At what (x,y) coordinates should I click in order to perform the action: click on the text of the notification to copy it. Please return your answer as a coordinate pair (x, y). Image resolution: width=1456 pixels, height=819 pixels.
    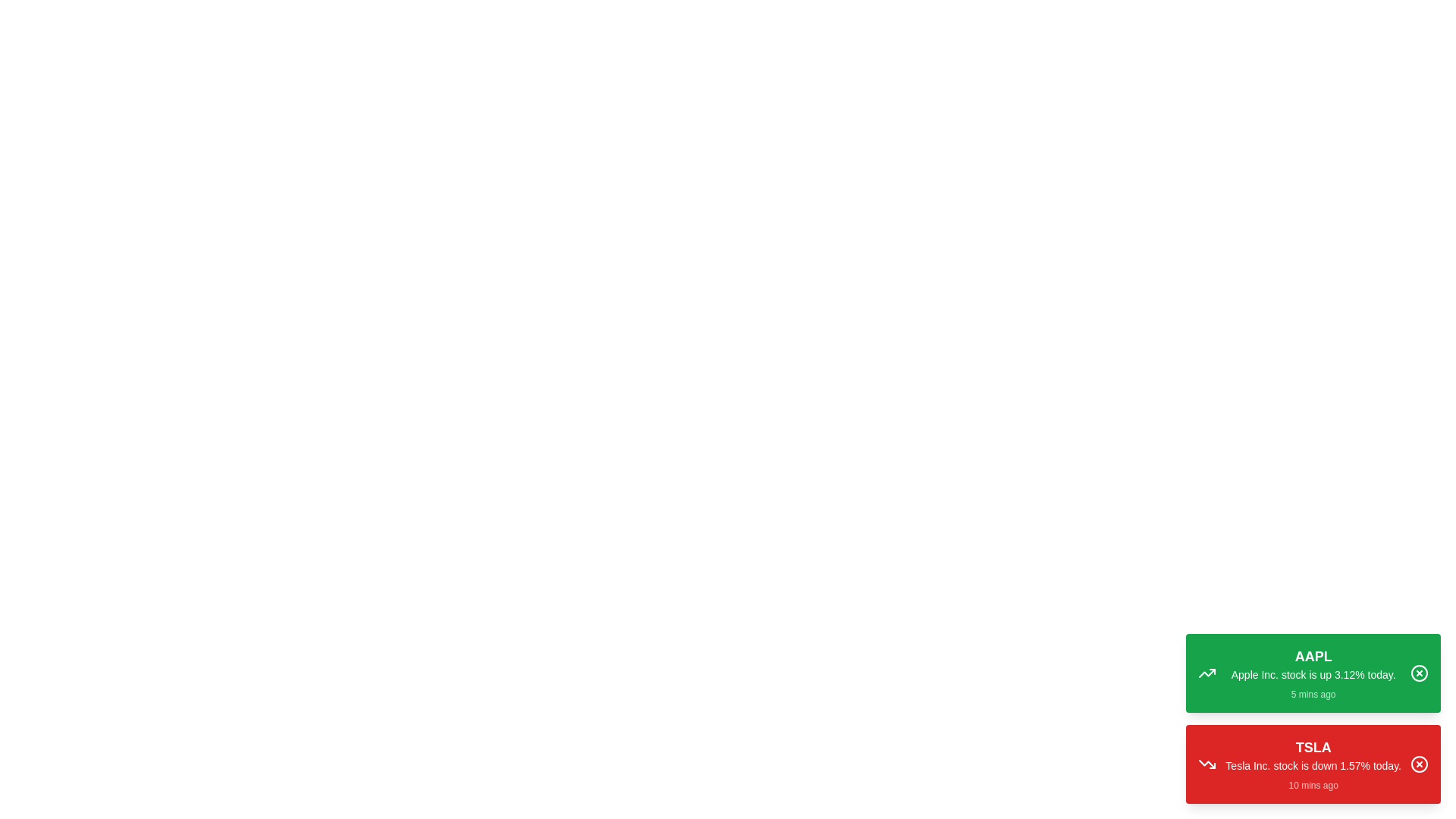
    Looking at the image, I should click on (1225, 646).